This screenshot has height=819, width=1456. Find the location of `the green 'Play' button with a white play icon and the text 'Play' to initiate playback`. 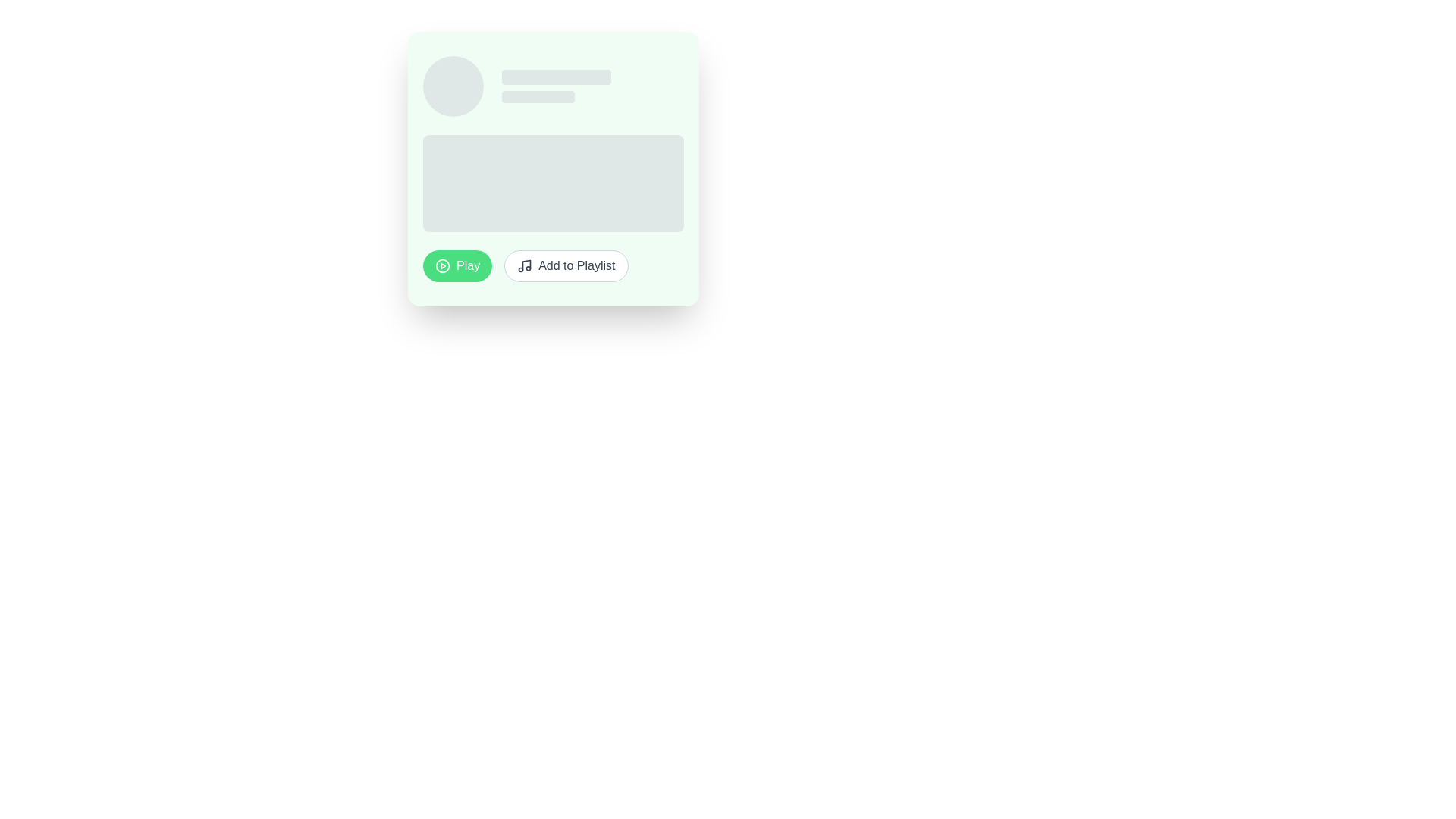

the green 'Play' button with a white play icon and the text 'Play' to initiate playback is located at coordinates (457, 265).